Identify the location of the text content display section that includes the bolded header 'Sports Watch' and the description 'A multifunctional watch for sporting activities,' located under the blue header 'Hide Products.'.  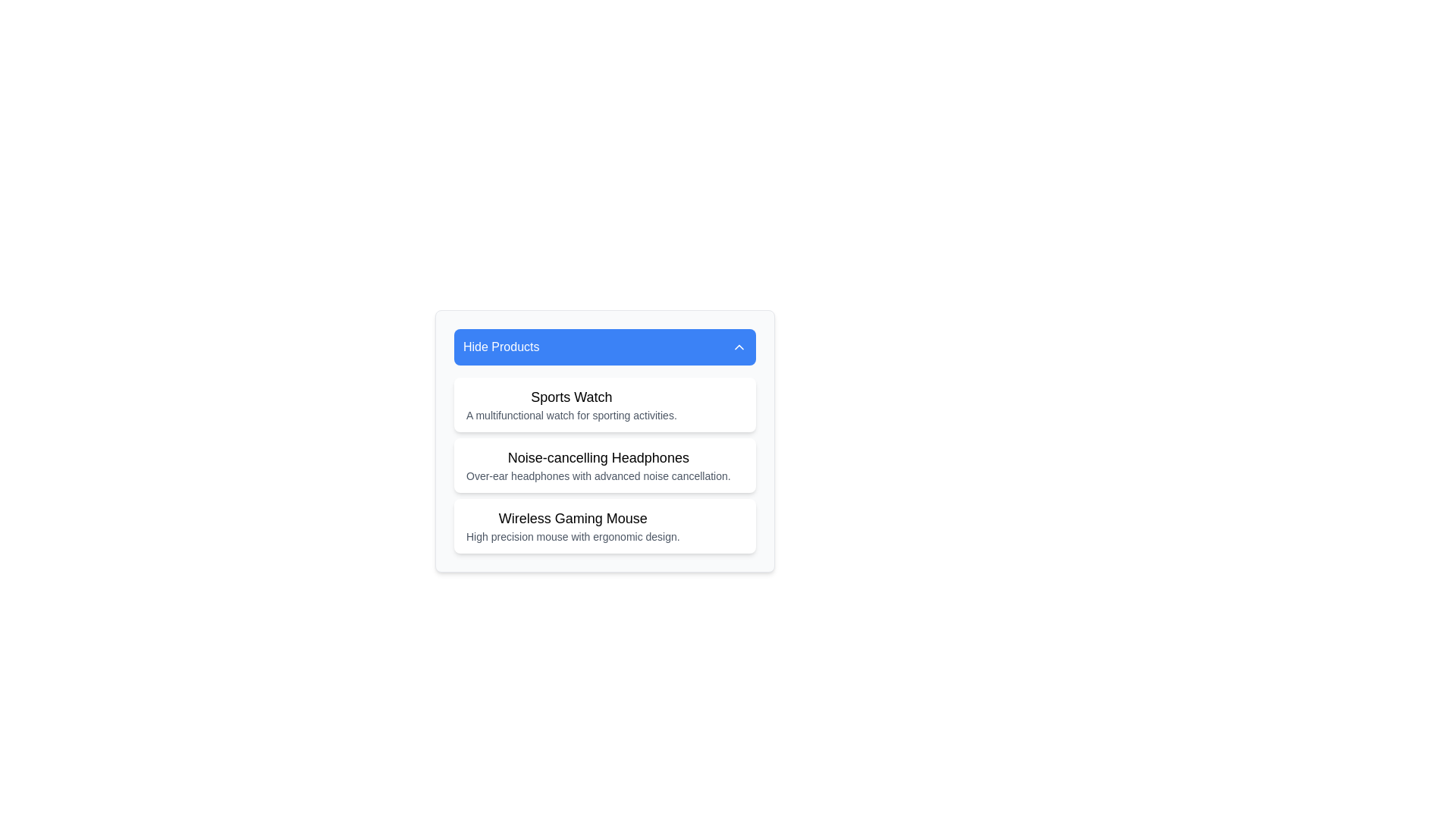
(570, 403).